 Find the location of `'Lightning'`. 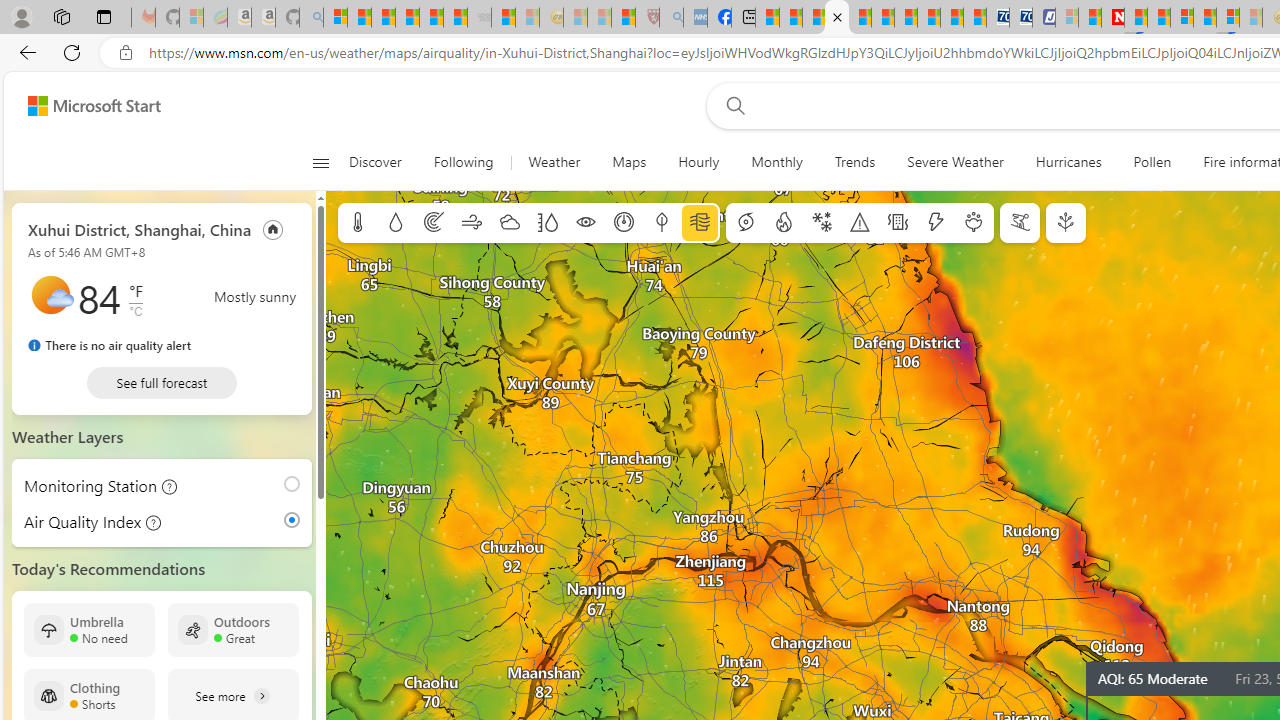

'Lightning' is located at coordinates (934, 223).